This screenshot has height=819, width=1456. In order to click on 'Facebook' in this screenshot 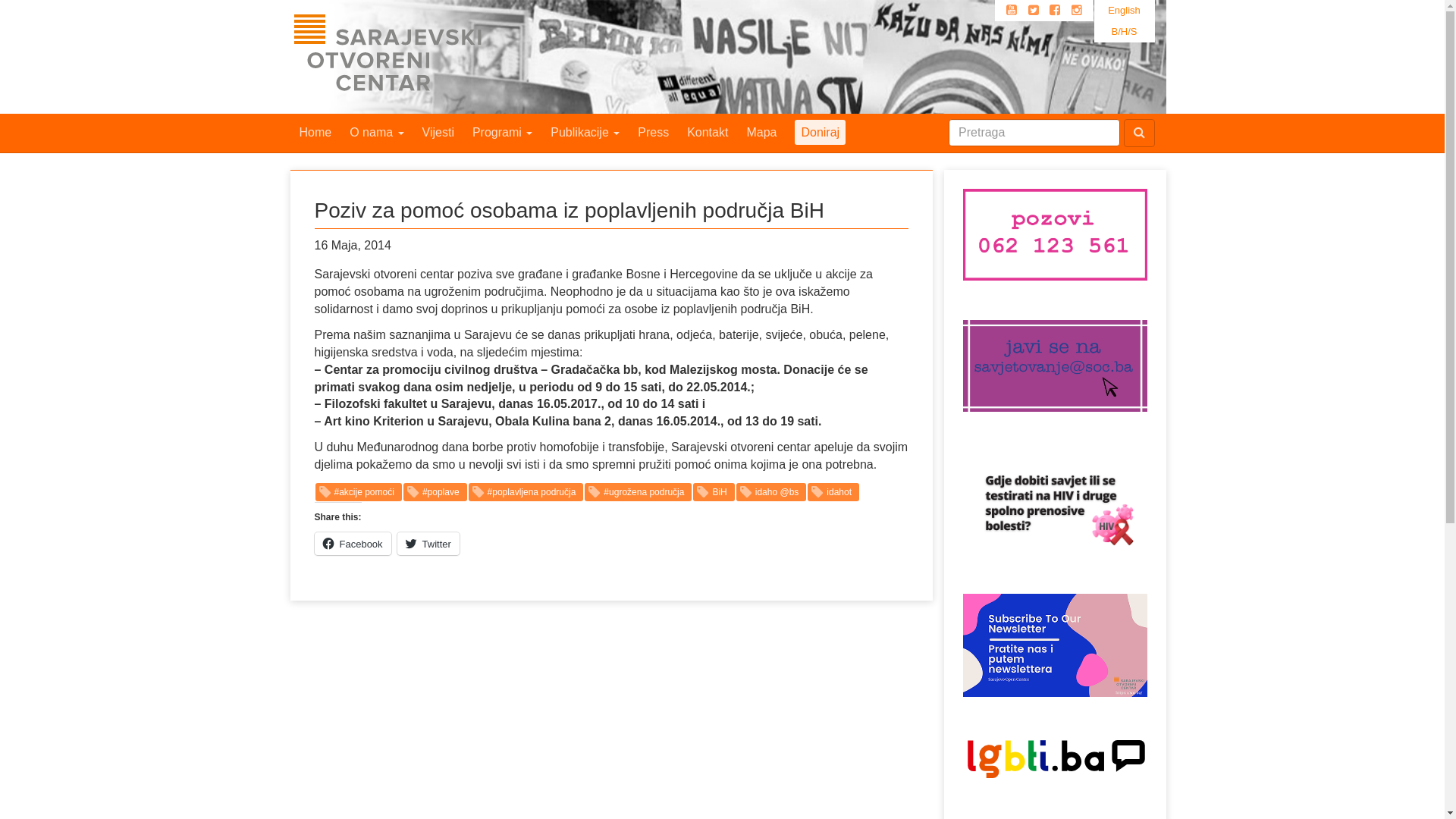, I will do `click(351, 543)`.